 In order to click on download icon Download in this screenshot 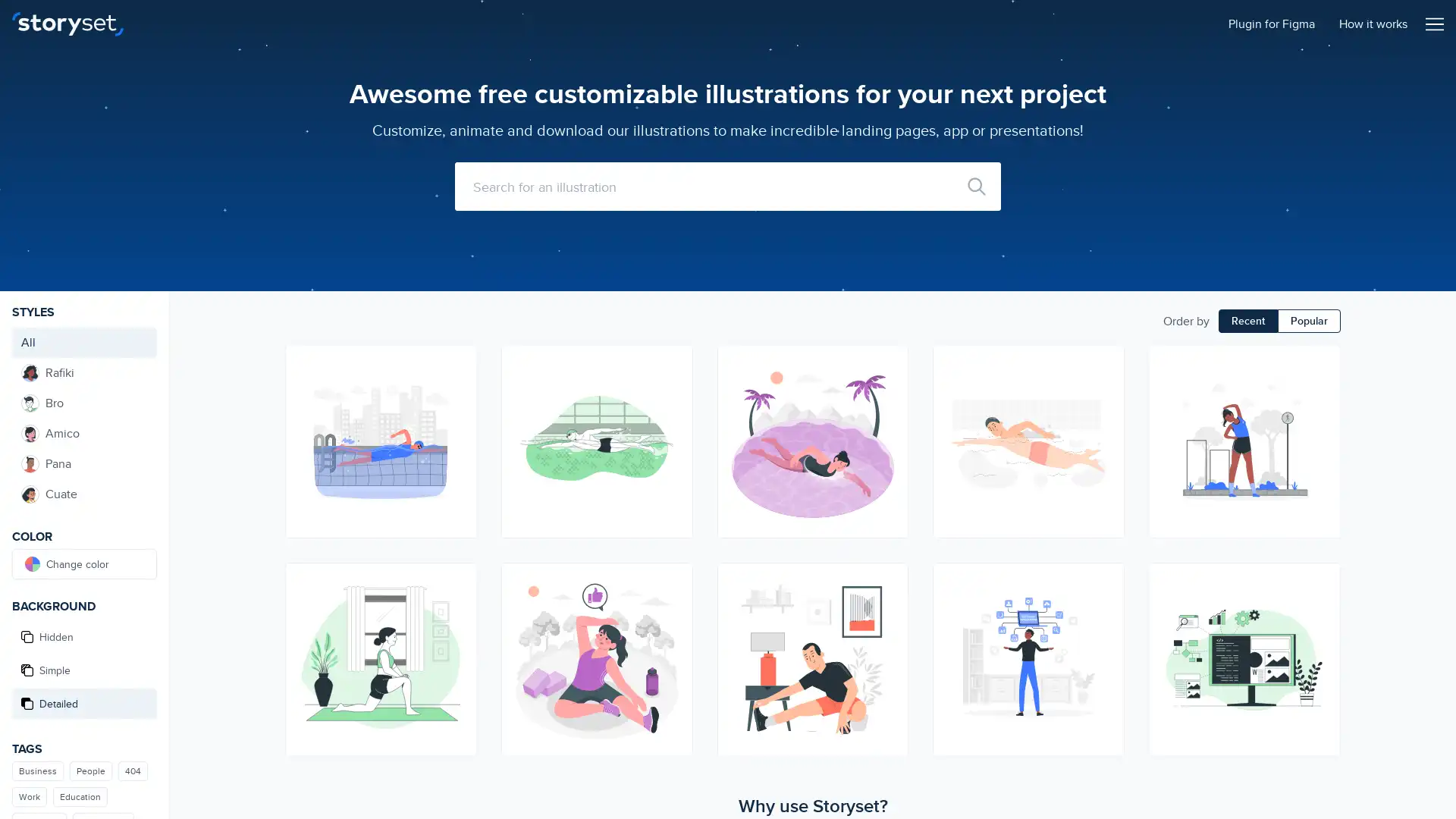, I will do `click(889, 391)`.